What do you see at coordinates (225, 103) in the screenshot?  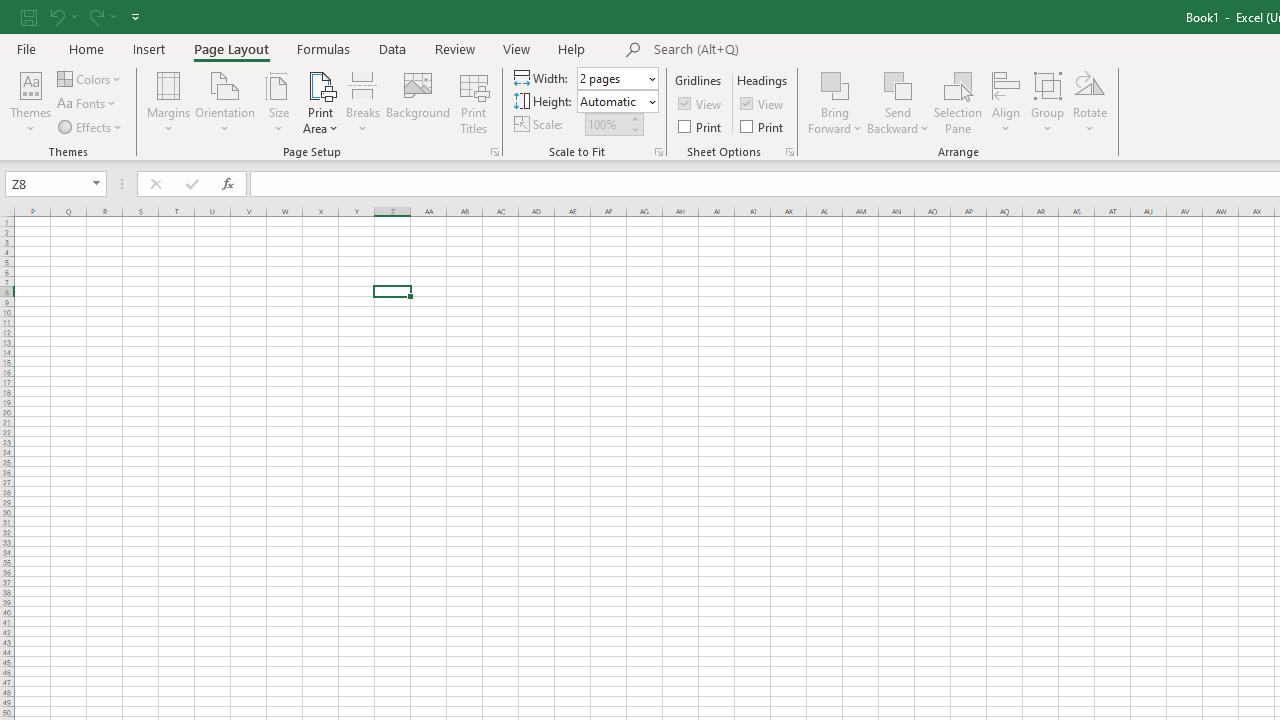 I see `'Orientation'` at bounding box center [225, 103].